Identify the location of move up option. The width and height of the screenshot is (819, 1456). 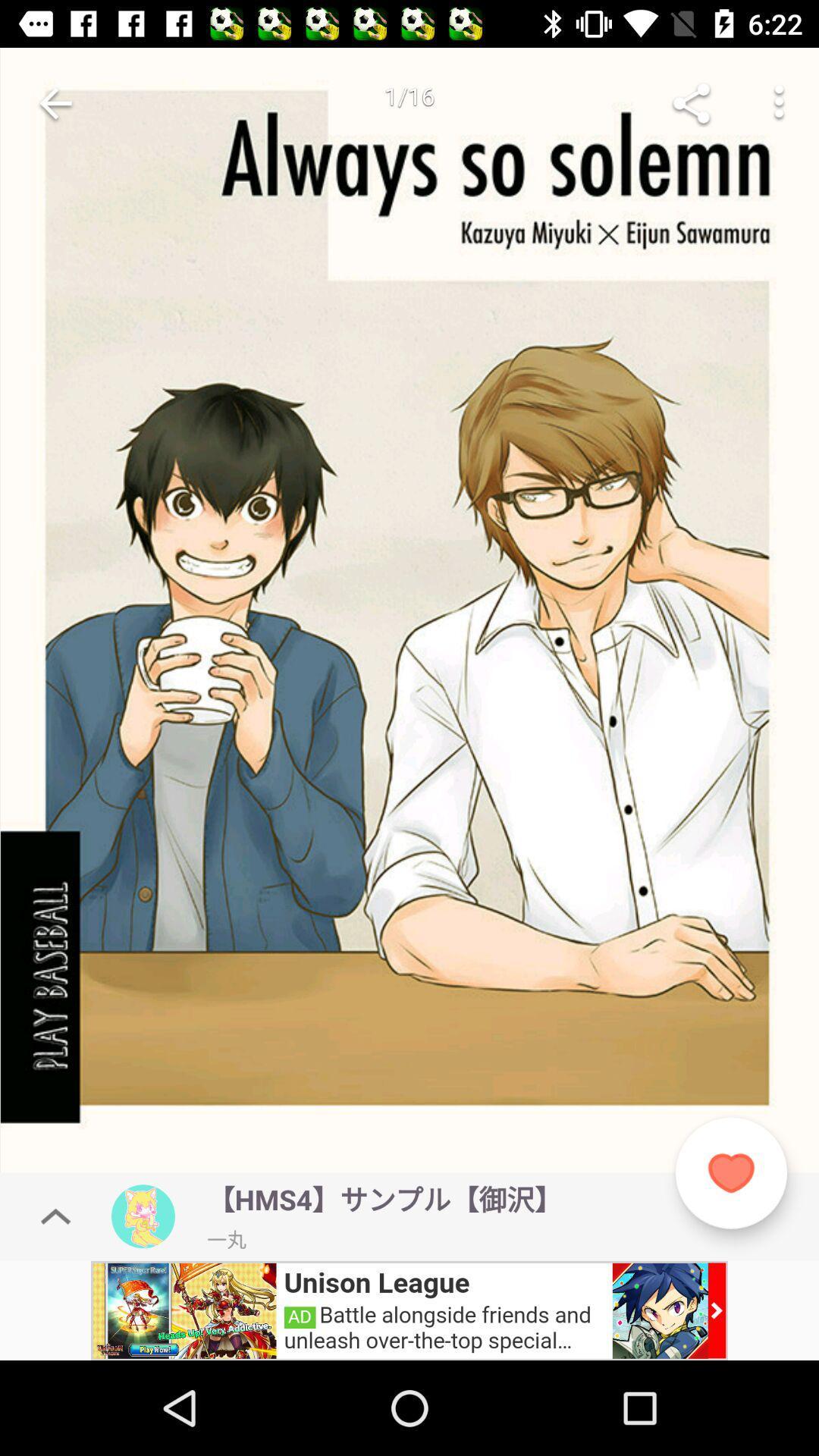
(55, 1216).